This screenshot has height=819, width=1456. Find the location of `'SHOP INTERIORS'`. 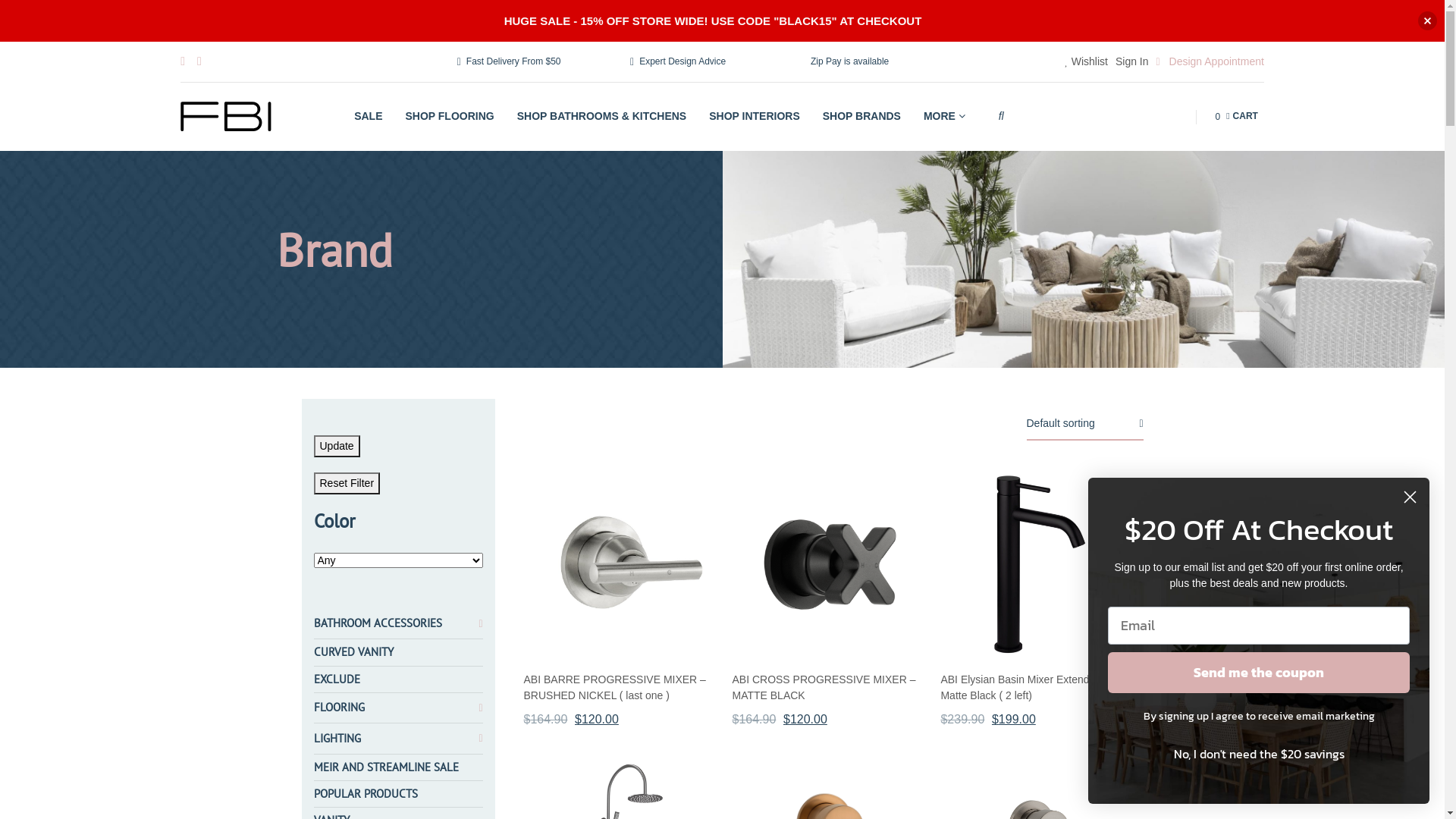

'SHOP INTERIORS' is located at coordinates (755, 116).